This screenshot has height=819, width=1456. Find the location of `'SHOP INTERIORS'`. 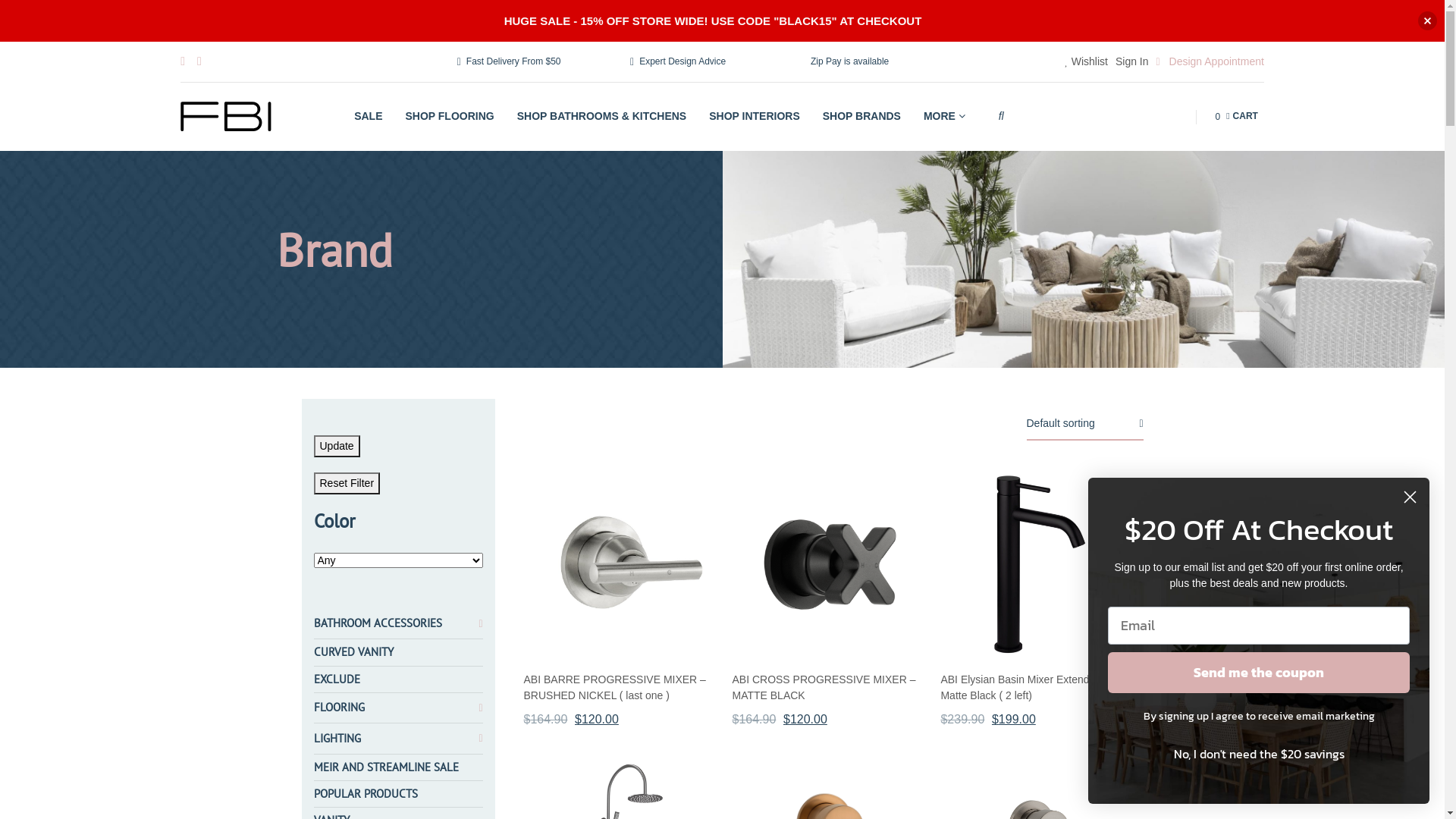

'SHOP INTERIORS' is located at coordinates (755, 116).